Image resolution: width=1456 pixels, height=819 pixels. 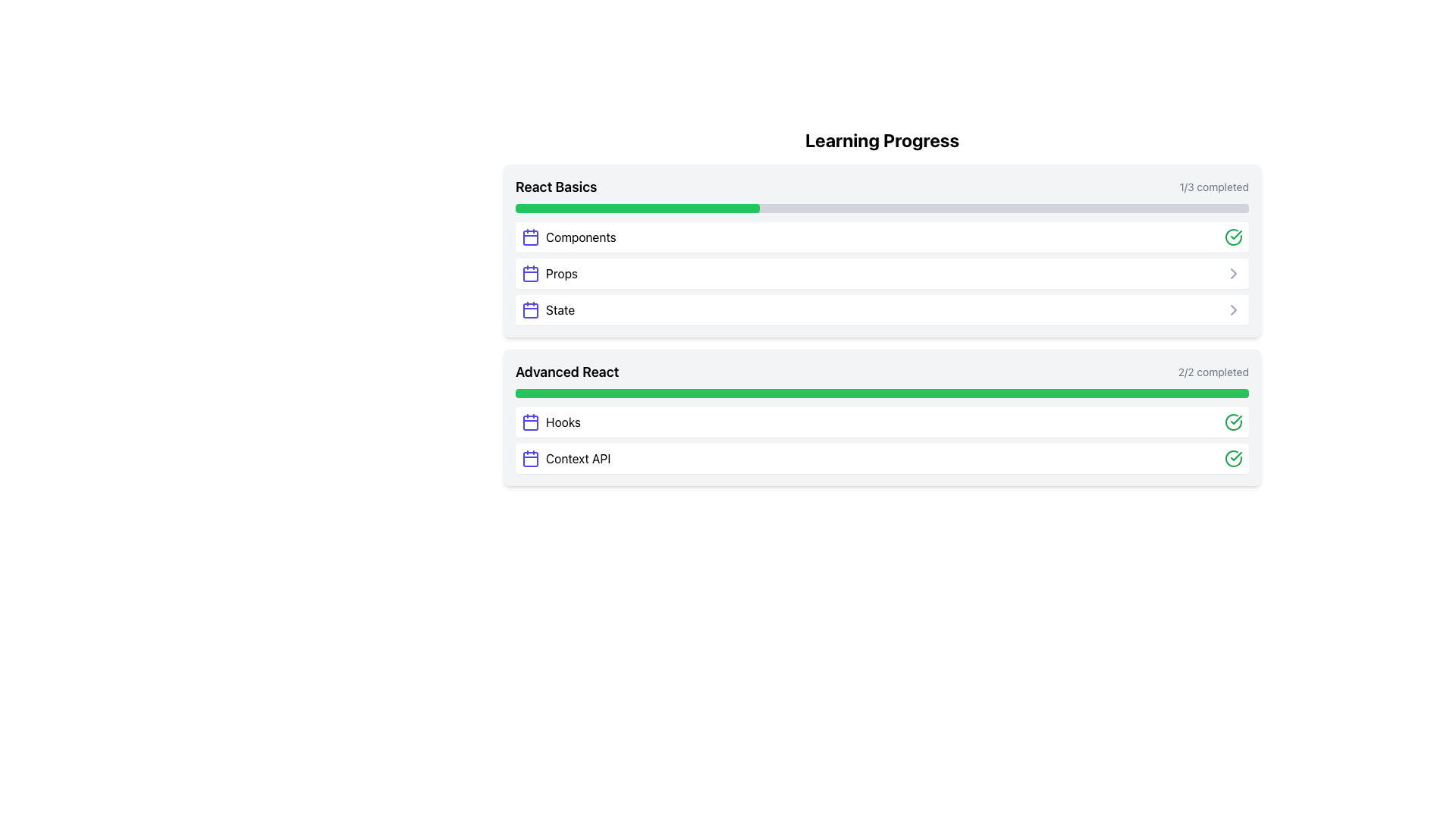 I want to click on the circular completion indicator with a green border and checkmark inside, located in the bottom section of the interface under 'Advanced React', rightmost side of the 'Context API' row, so click(x=1234, y=422).